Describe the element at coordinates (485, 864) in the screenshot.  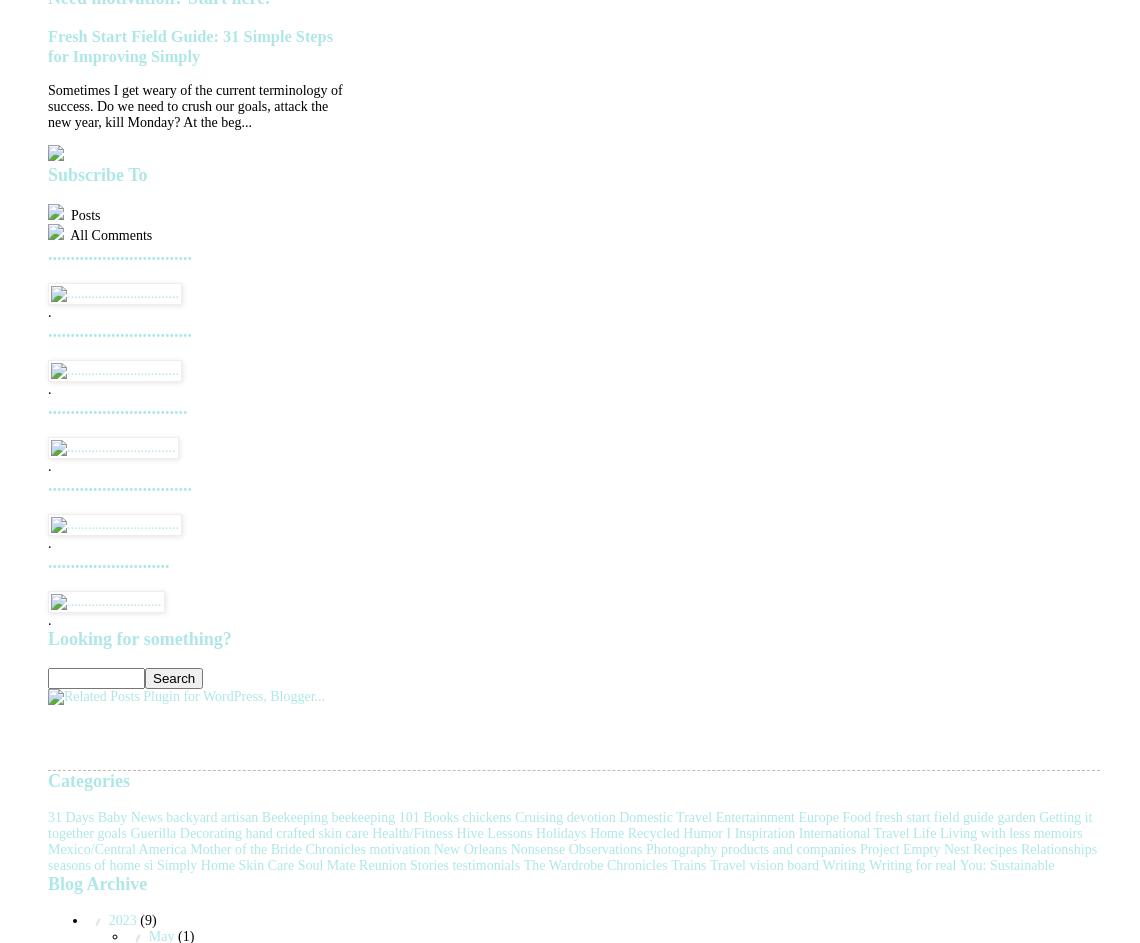
I see `'testimonials'` at that location.